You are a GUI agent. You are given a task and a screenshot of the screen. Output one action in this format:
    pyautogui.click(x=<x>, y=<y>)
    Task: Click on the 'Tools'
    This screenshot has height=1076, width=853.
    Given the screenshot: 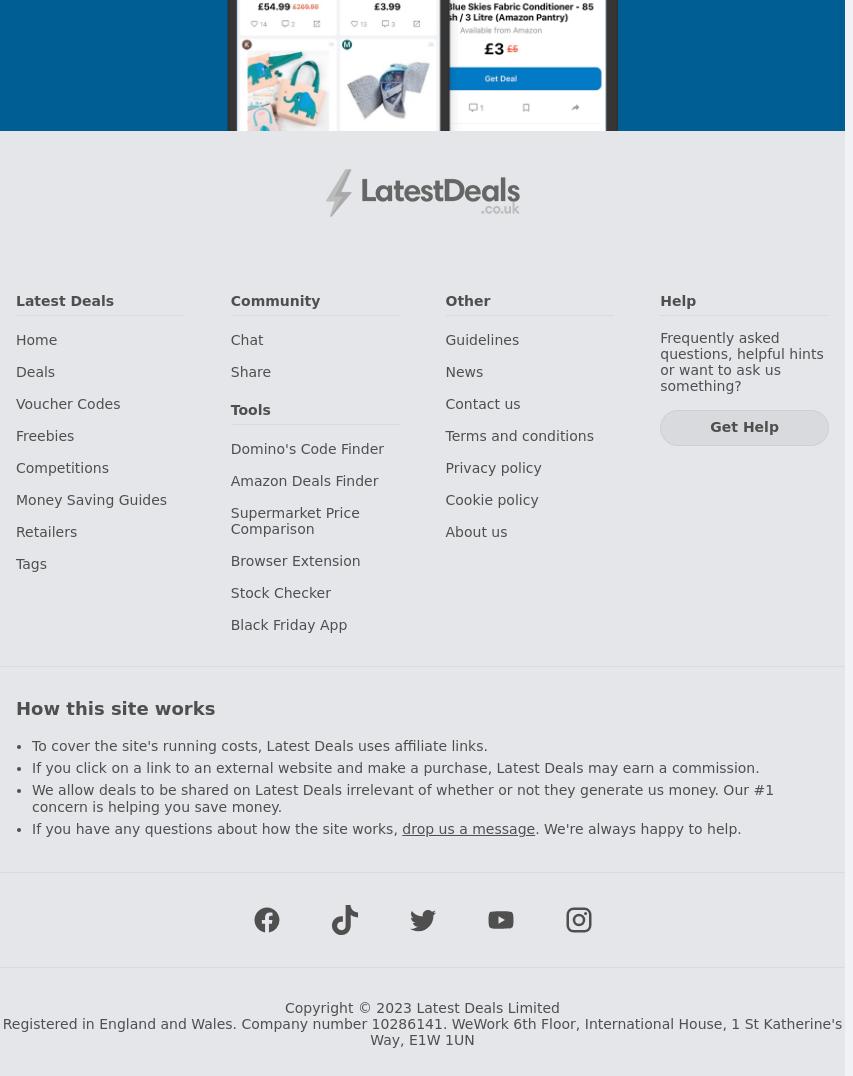 What is the action you would take?
    pyautogui.click(x=250, y=408)
    